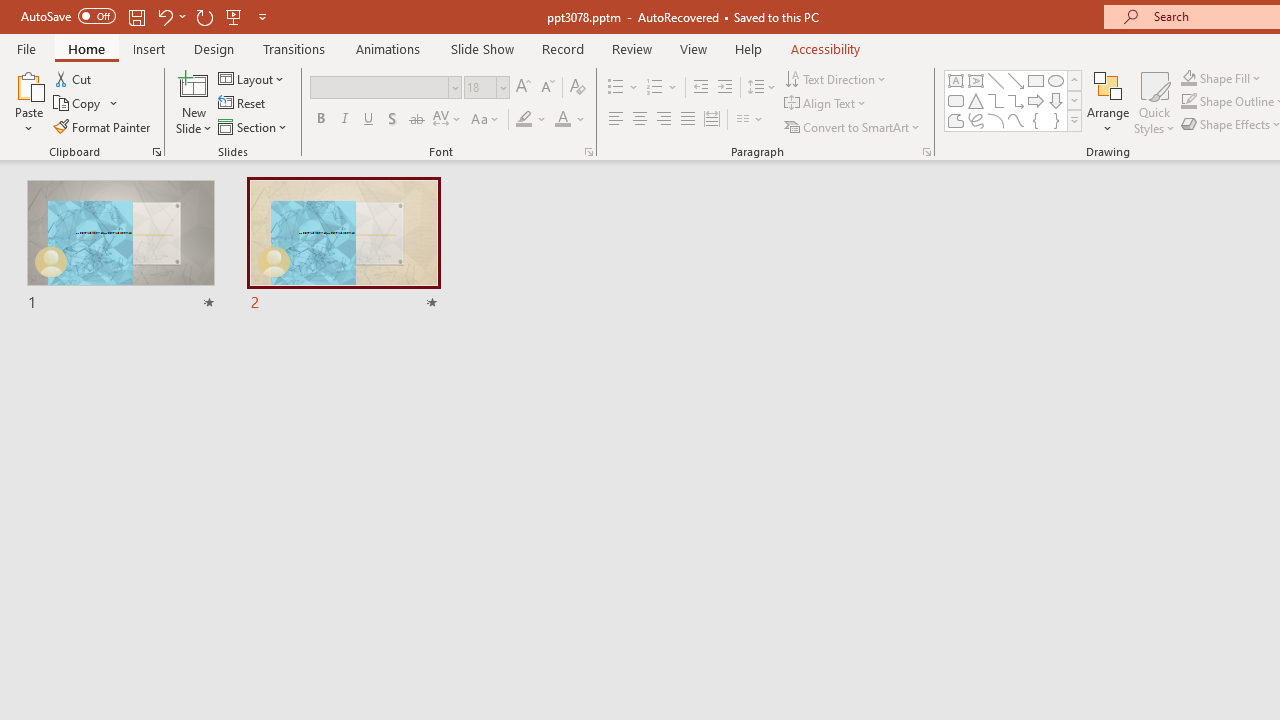  I want to click on 'Transitions', so click(294, 48).